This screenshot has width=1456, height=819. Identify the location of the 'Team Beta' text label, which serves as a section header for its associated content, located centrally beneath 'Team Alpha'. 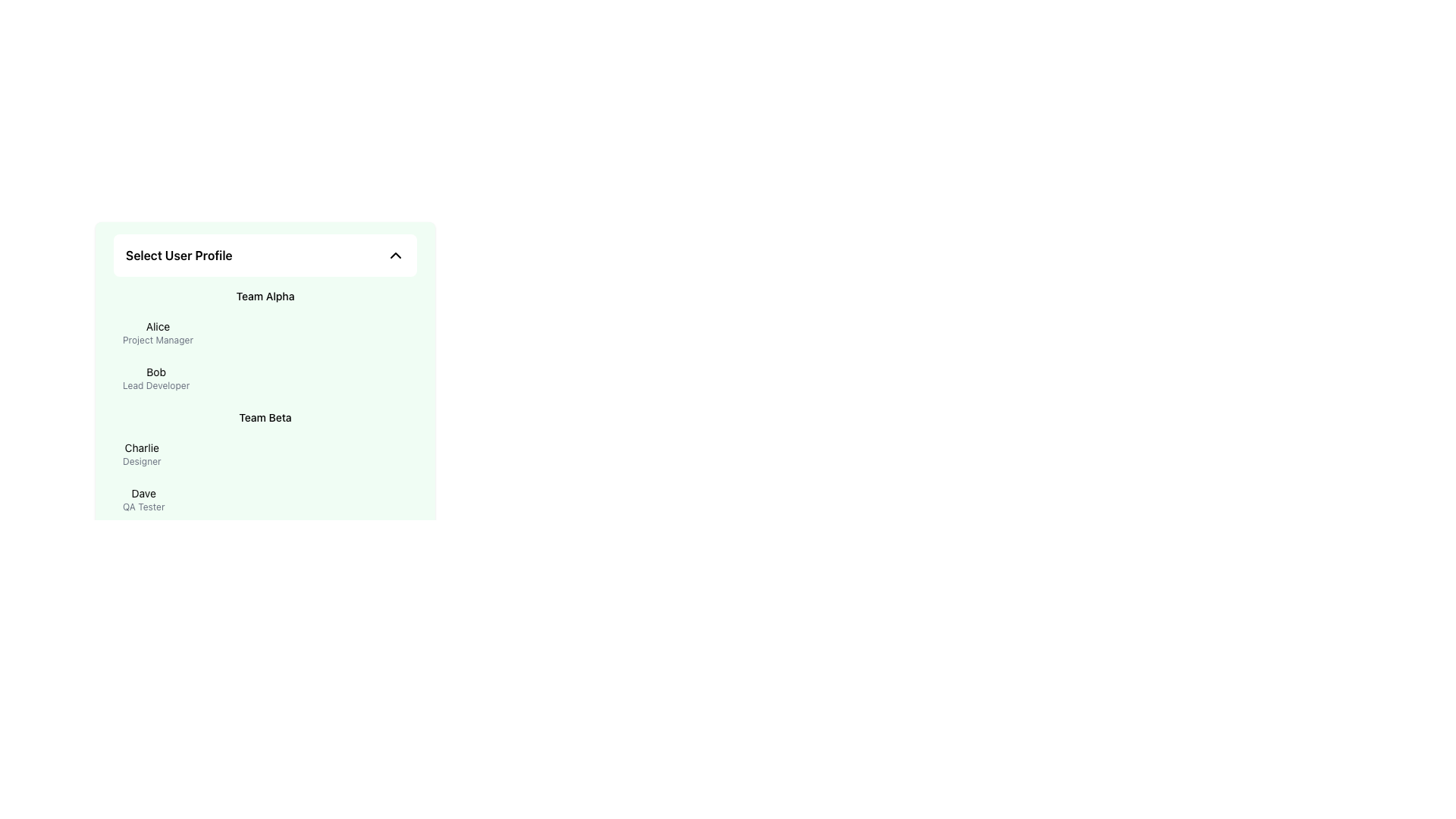
(265, 418).